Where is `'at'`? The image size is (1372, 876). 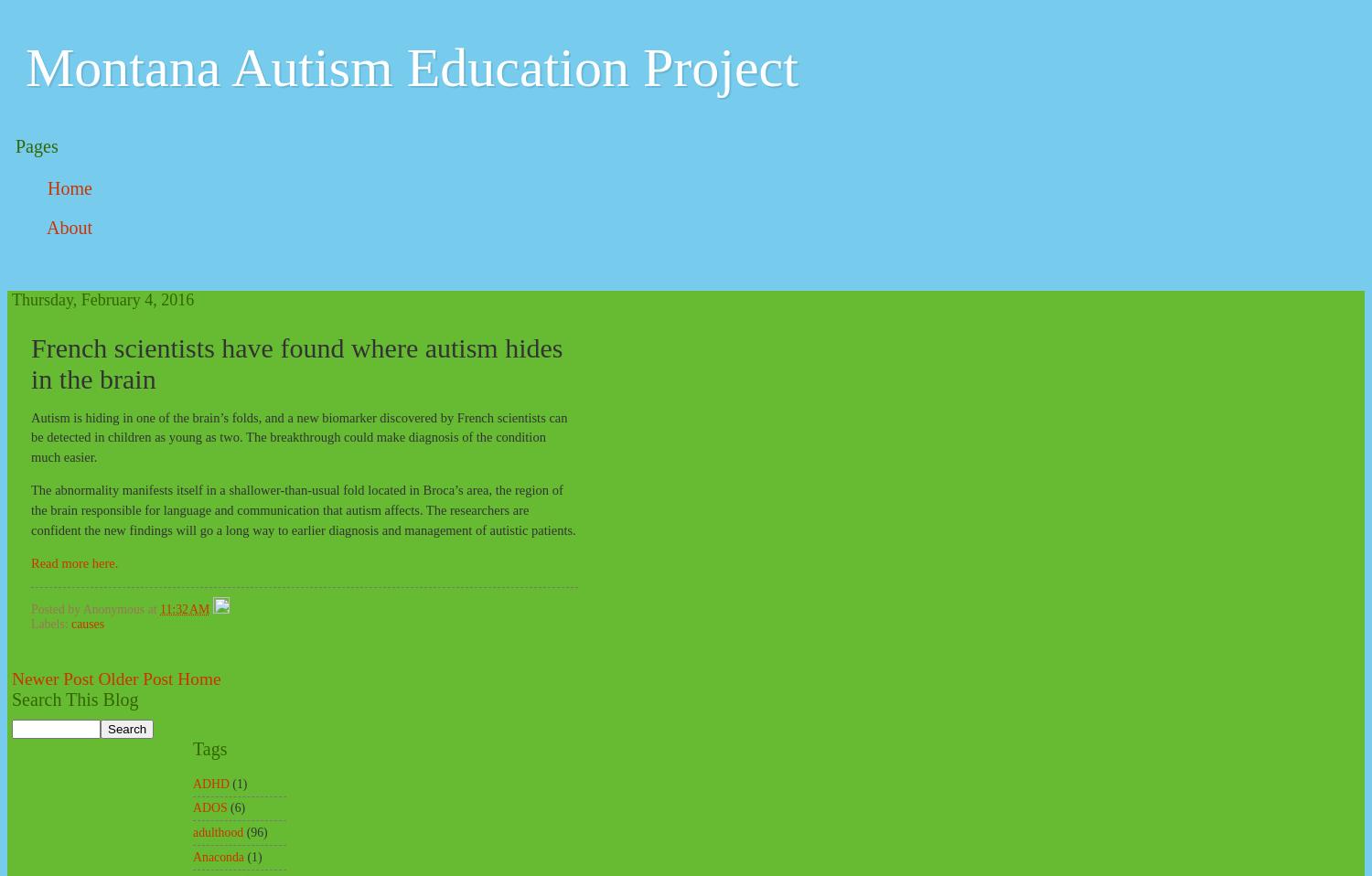
'at' is located at coordinates (146, 608).